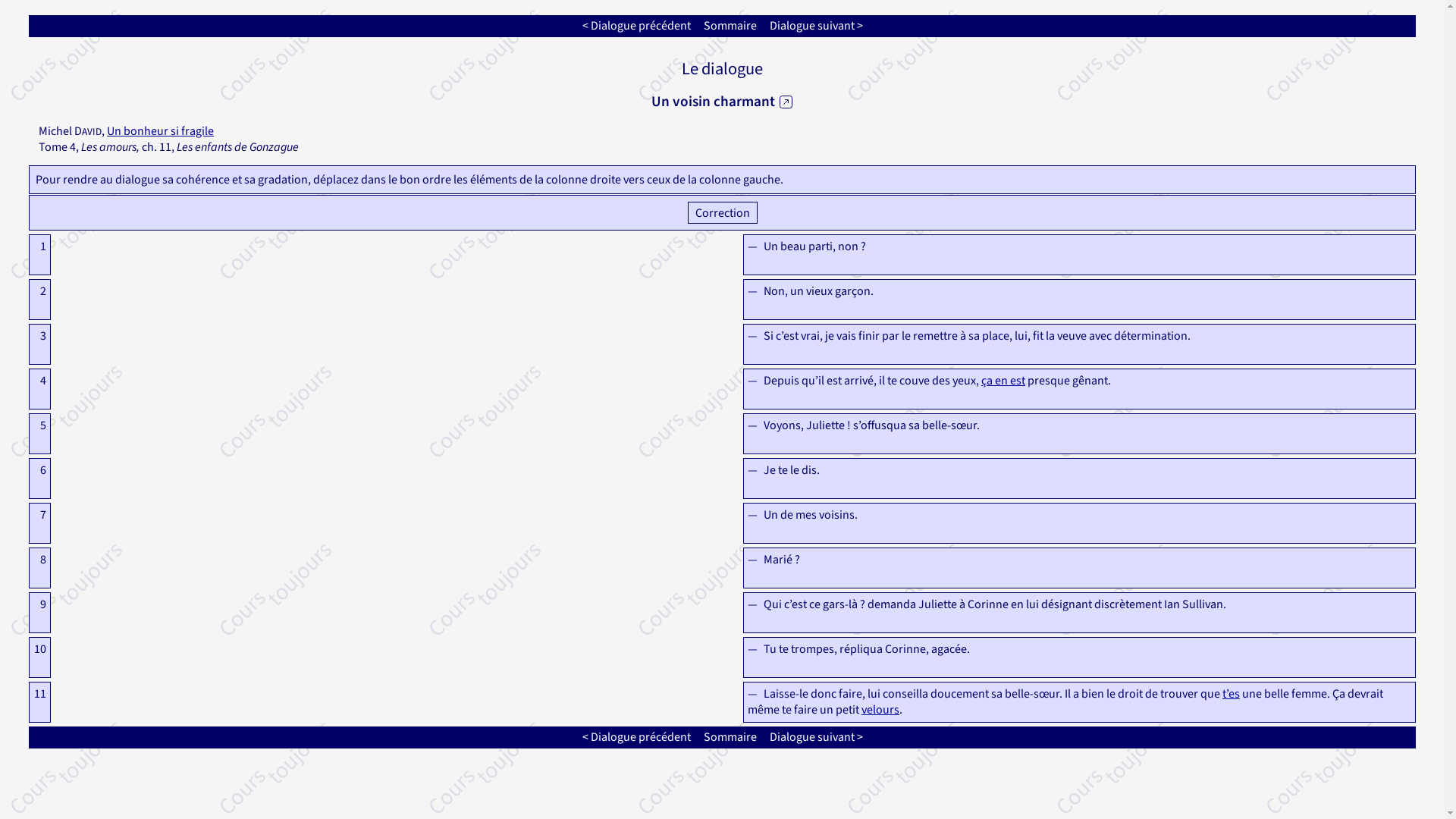 The image size is (1456, 819). I want to click on 'Dialogue suivant >', so click(815, 26).